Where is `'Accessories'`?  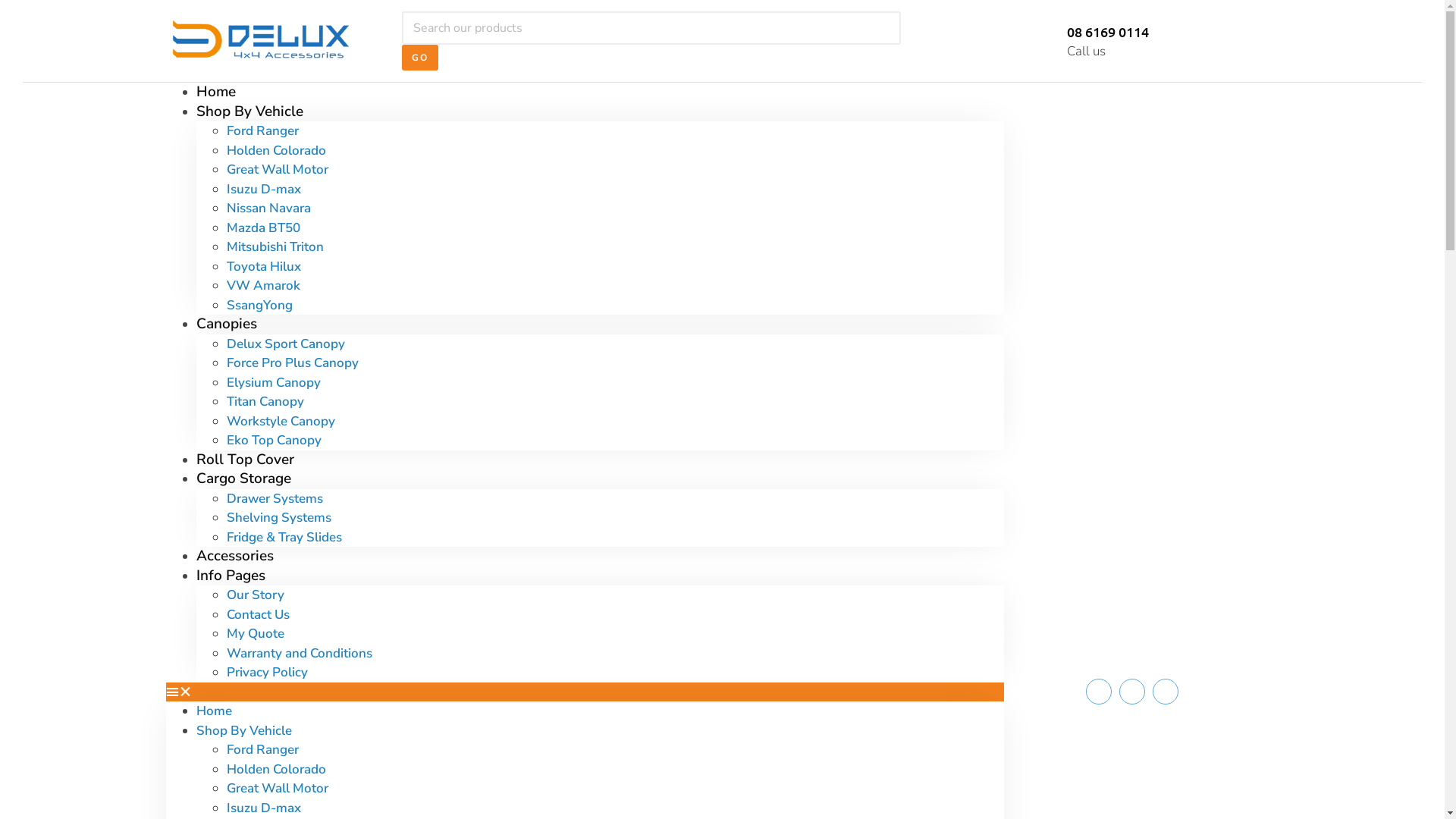 'Accessories' is located at coordinates (233, 555).